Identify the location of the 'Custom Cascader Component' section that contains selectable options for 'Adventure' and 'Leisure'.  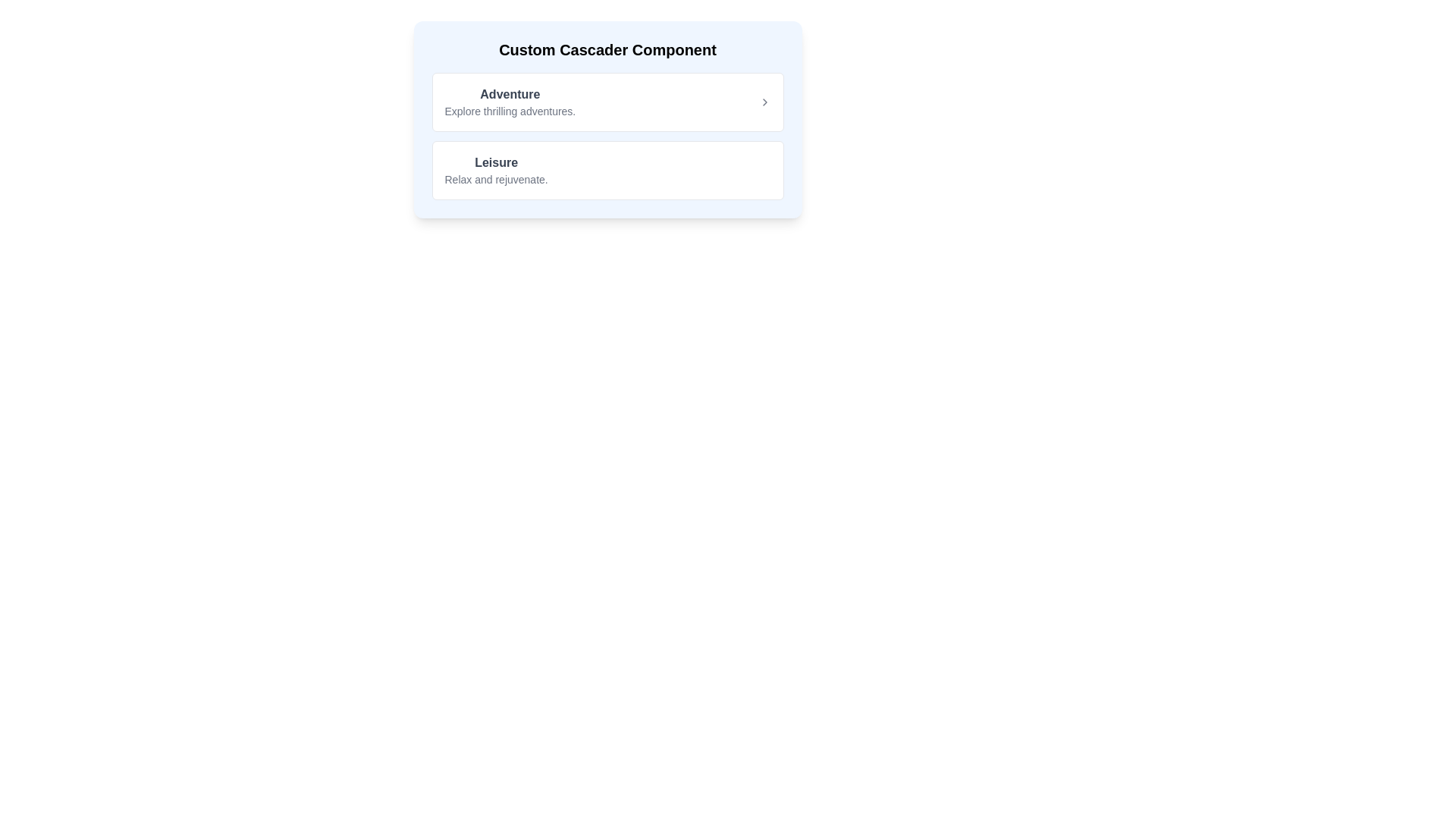
(607, 119).